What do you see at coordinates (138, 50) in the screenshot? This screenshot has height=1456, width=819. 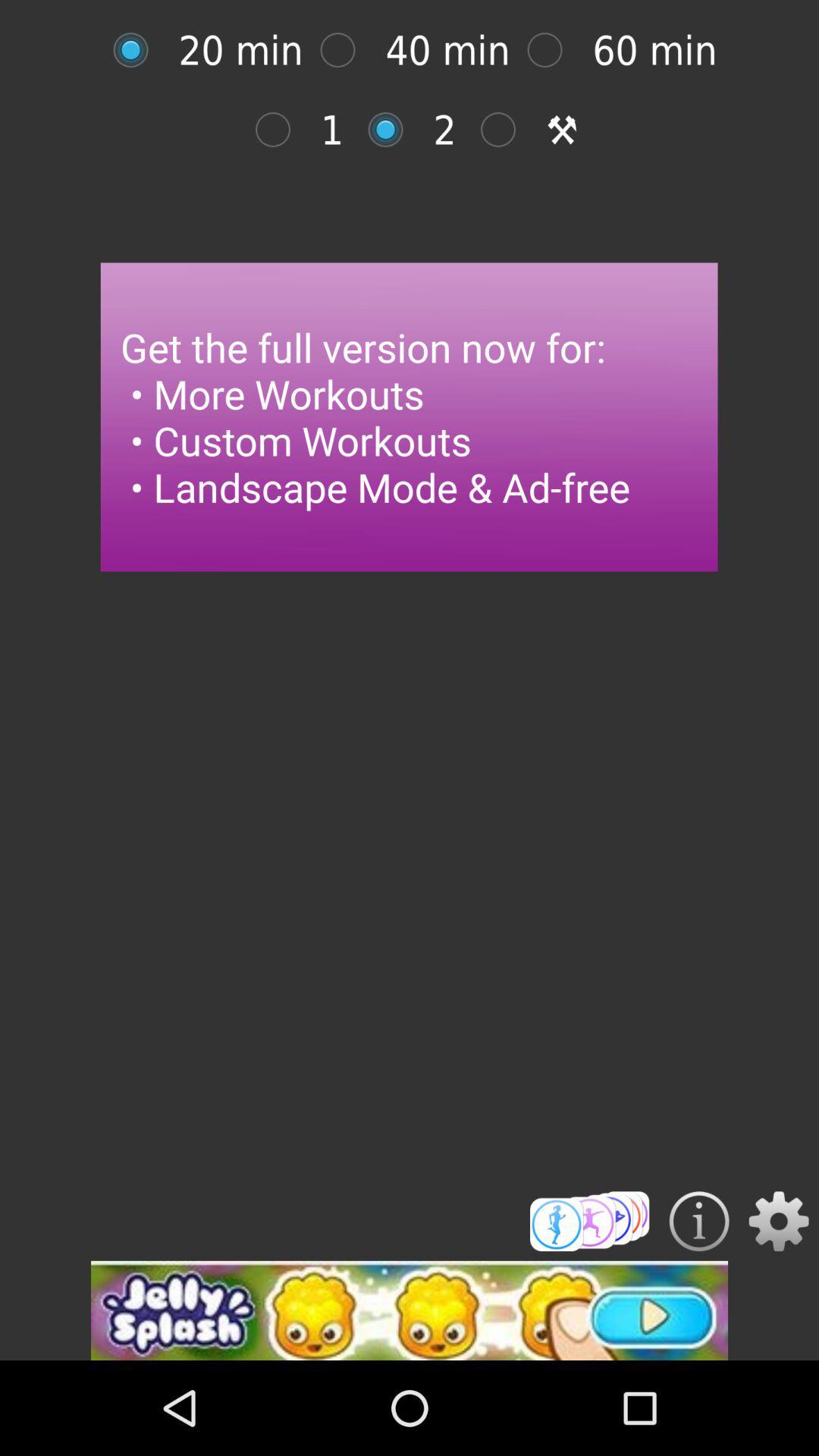 I see `20 min button` at bounding box center [138, 50].